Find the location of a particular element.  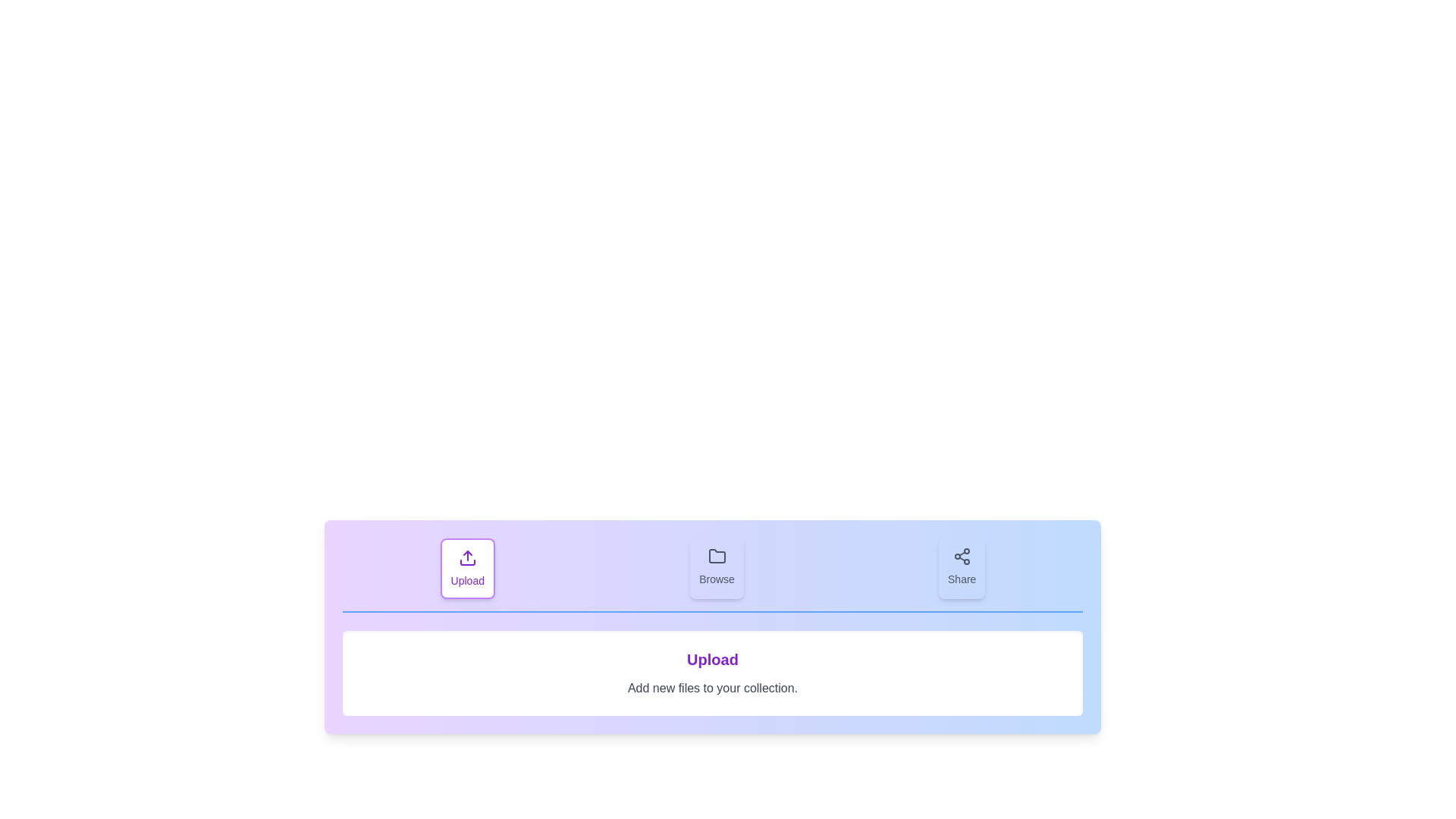

the Upload tab is located at coordinates (466, 568).